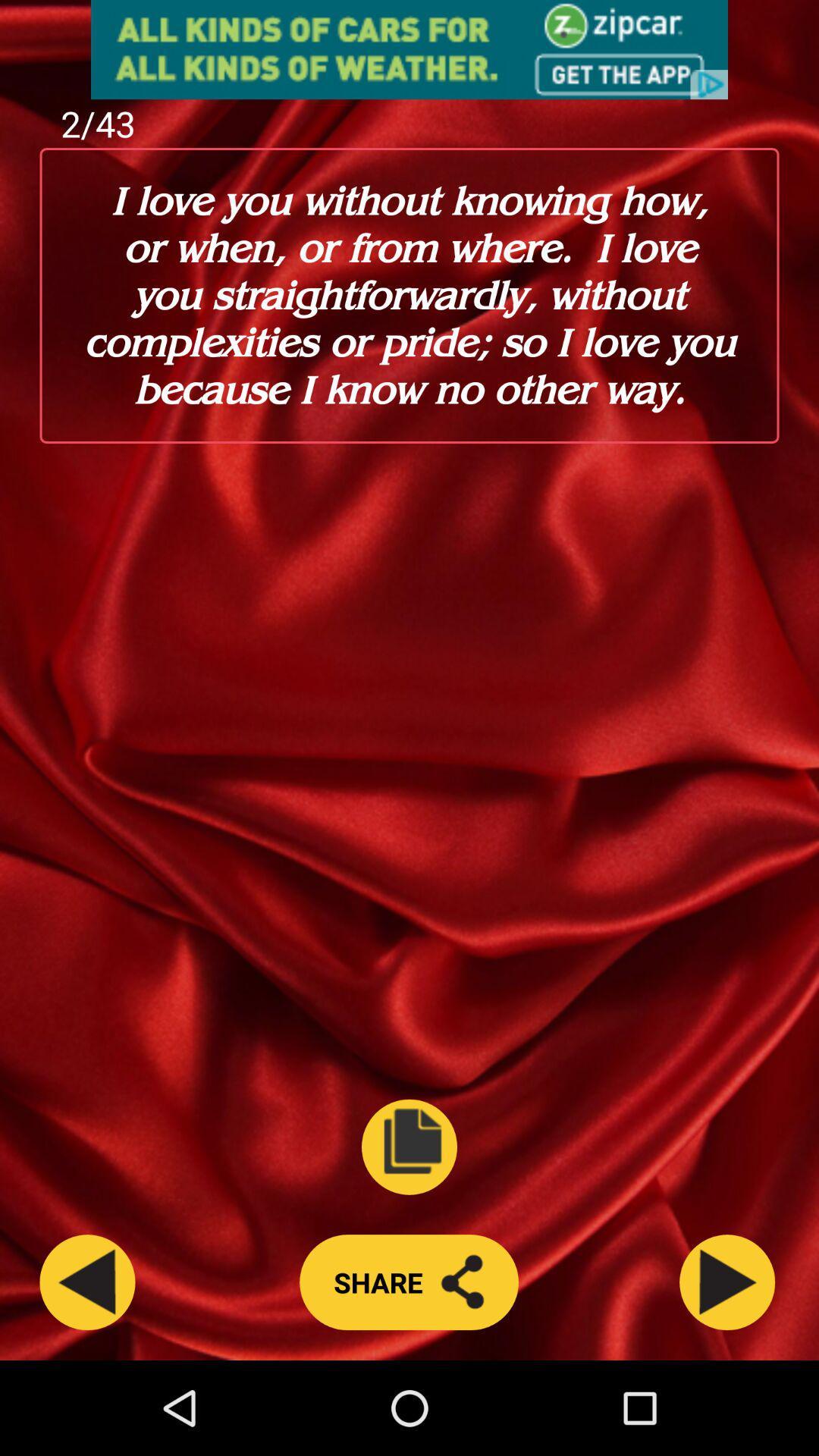  What do you see at coordinates (87, 1282) in the screenshot?
I see `previous` at bounding box center [87, 1282].